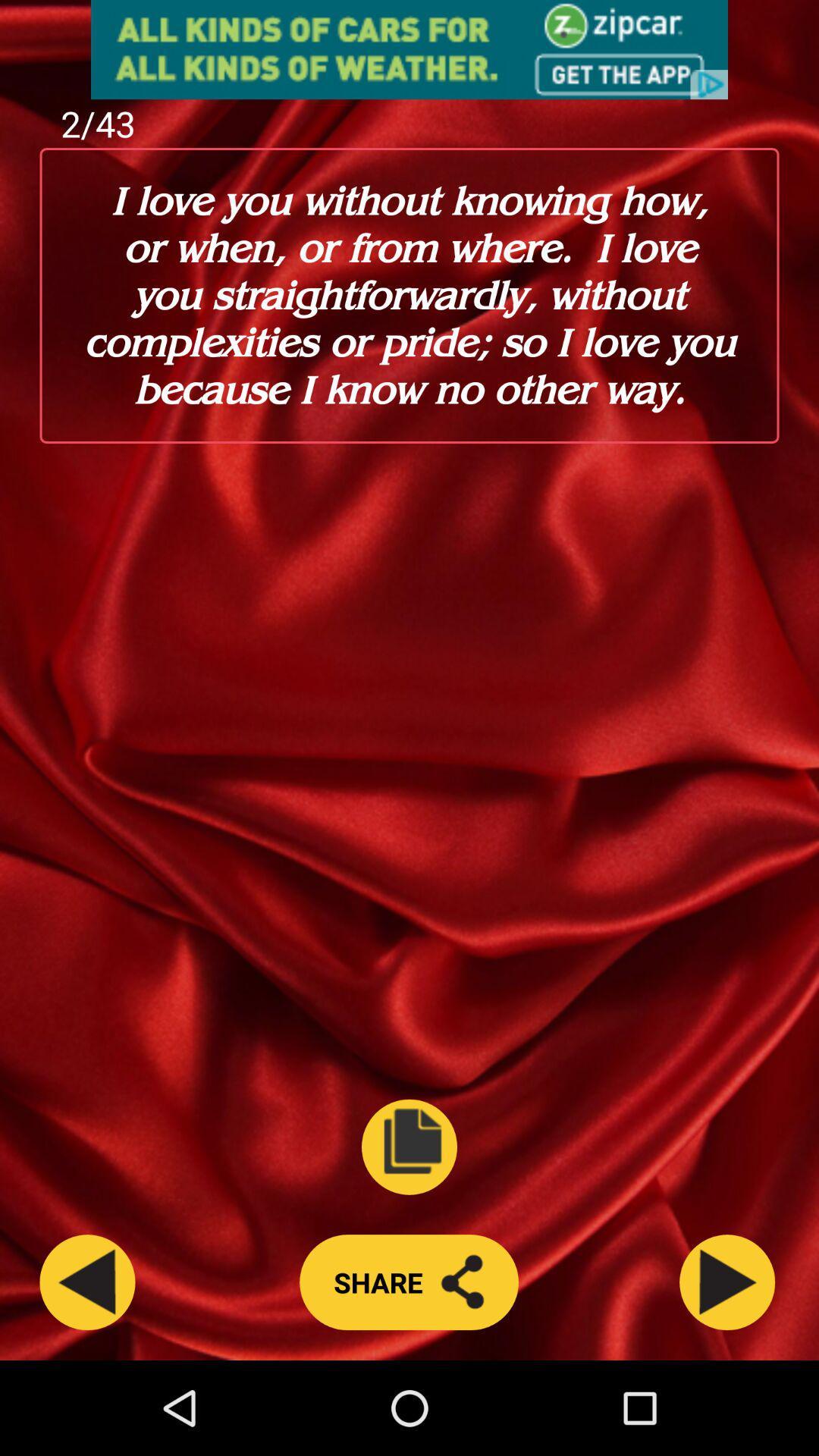  What do you see at coordinates (87, 1282) in the screenshot?
I see `previous` at bounding box center [87, 1282].